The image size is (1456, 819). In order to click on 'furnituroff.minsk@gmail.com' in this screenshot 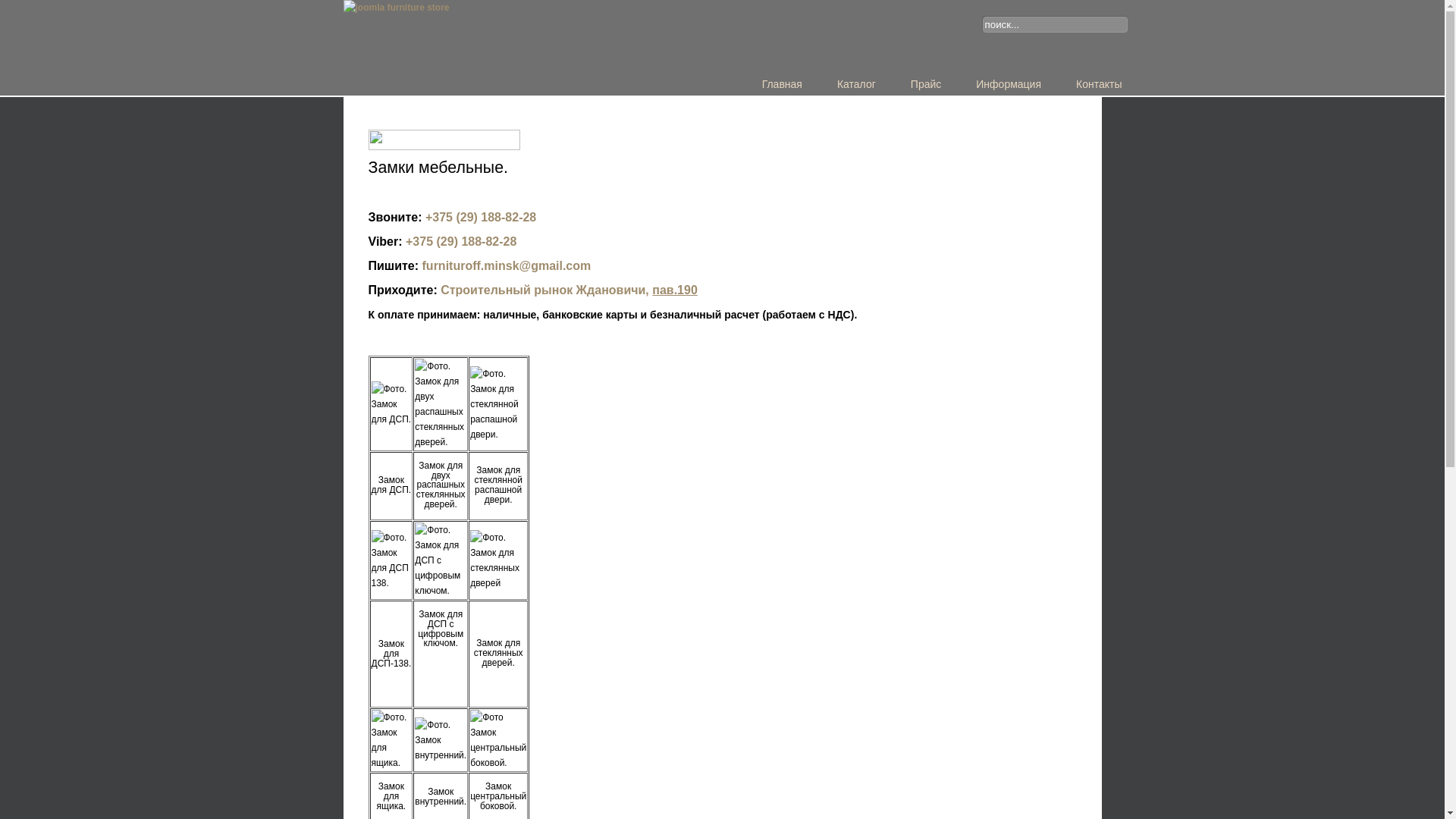, I will do `click(507, 265)`.